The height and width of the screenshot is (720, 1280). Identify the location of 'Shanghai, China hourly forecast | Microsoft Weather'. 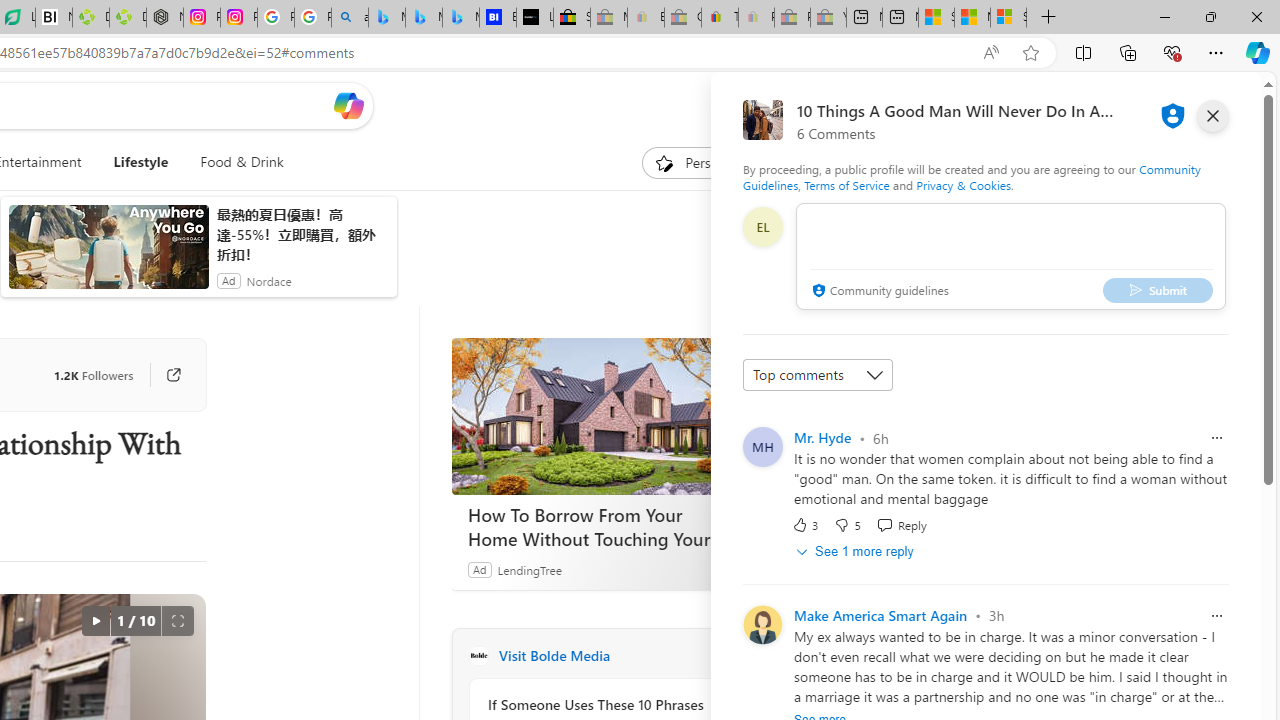
(935, 17).